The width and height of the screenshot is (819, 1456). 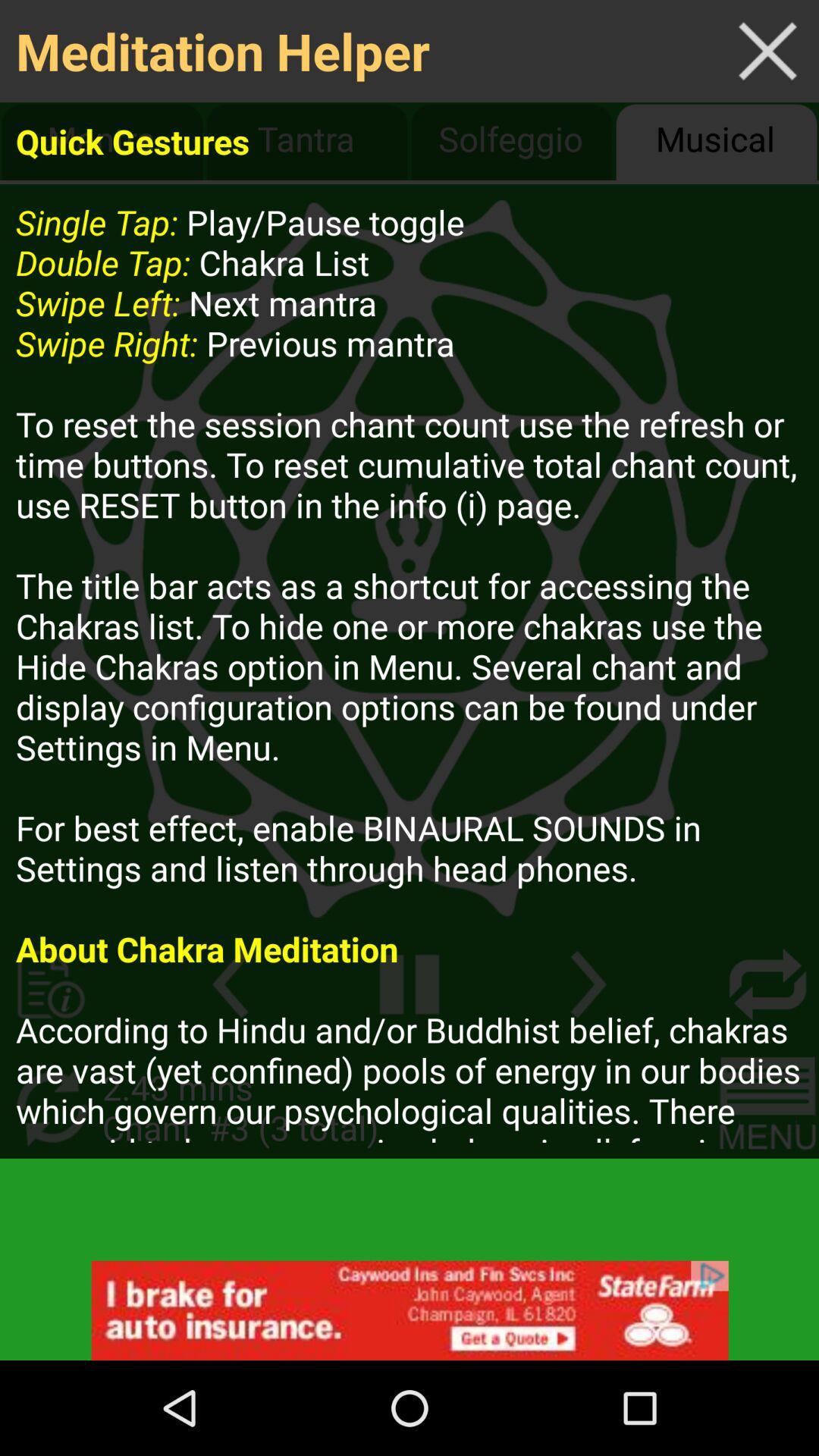 What do you see at coordinates (767, 55) in the screenshot?
I see `the close icon` at bounding box center [767, 55].